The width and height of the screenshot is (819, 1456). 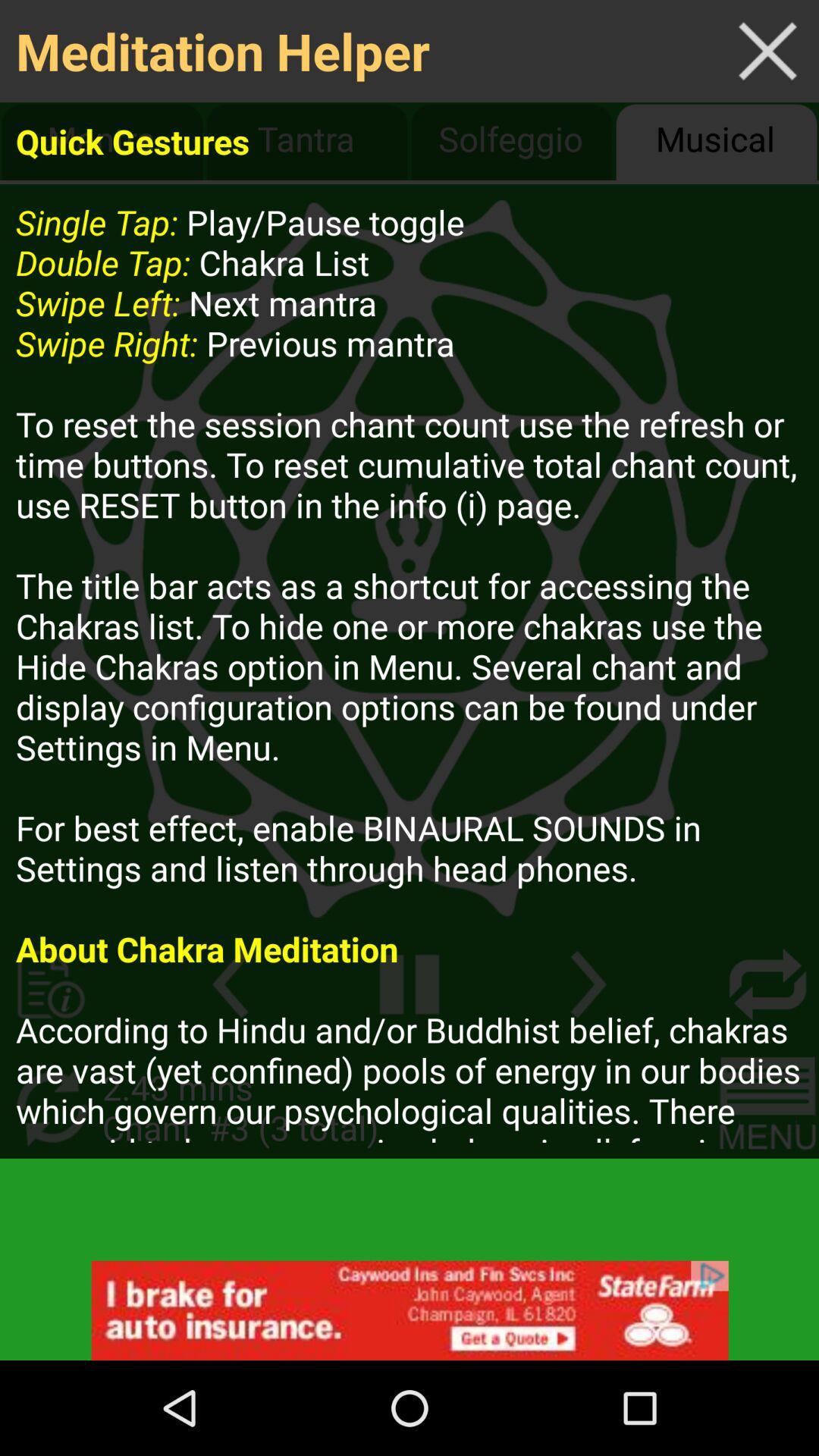 What do you see at coordinates (767, 55) in the screenshot?
I see `the close icon` at bounding box center [767, 55].